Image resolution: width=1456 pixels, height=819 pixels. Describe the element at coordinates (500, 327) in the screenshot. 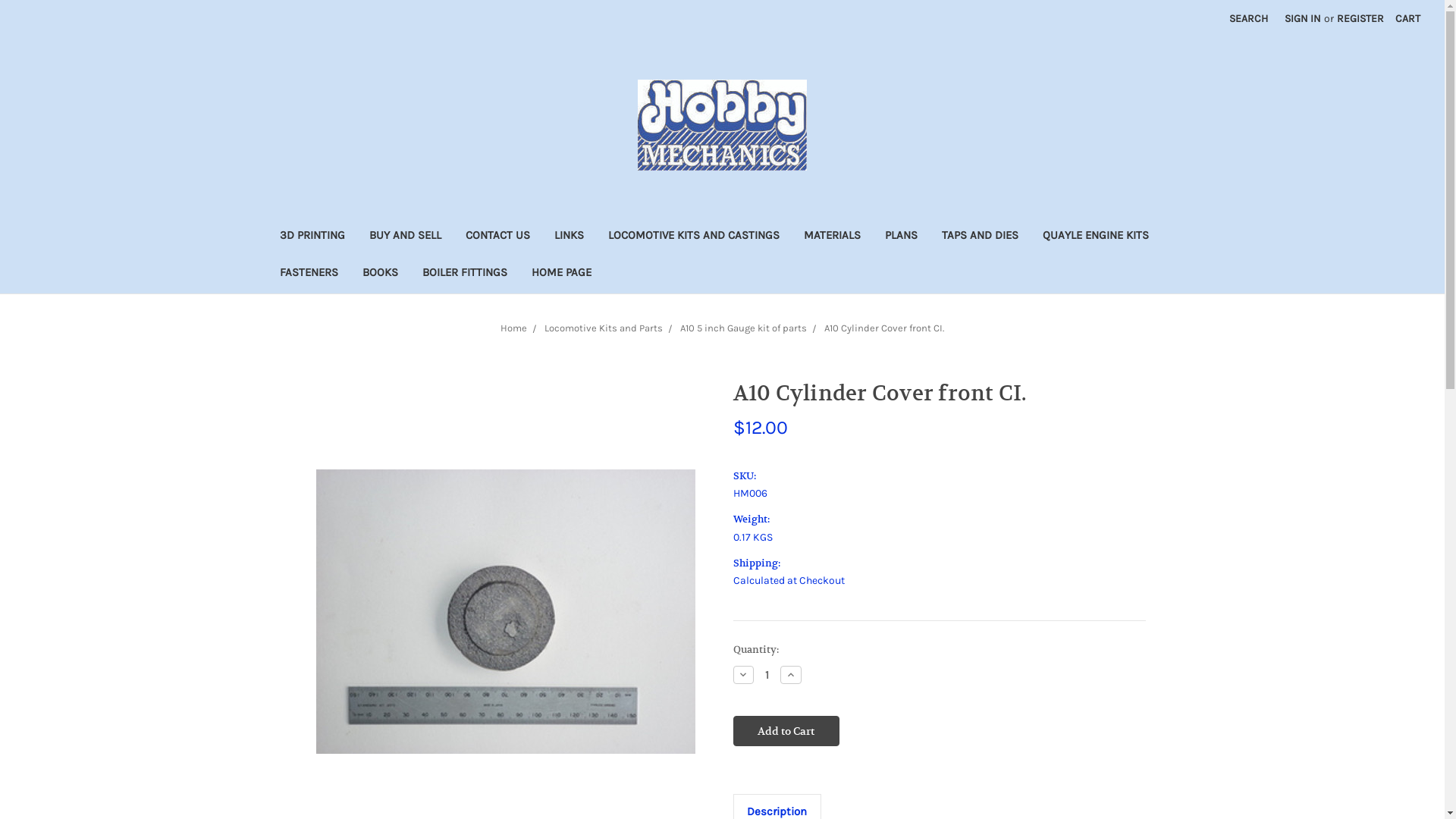

I see `'Home'` at that location.